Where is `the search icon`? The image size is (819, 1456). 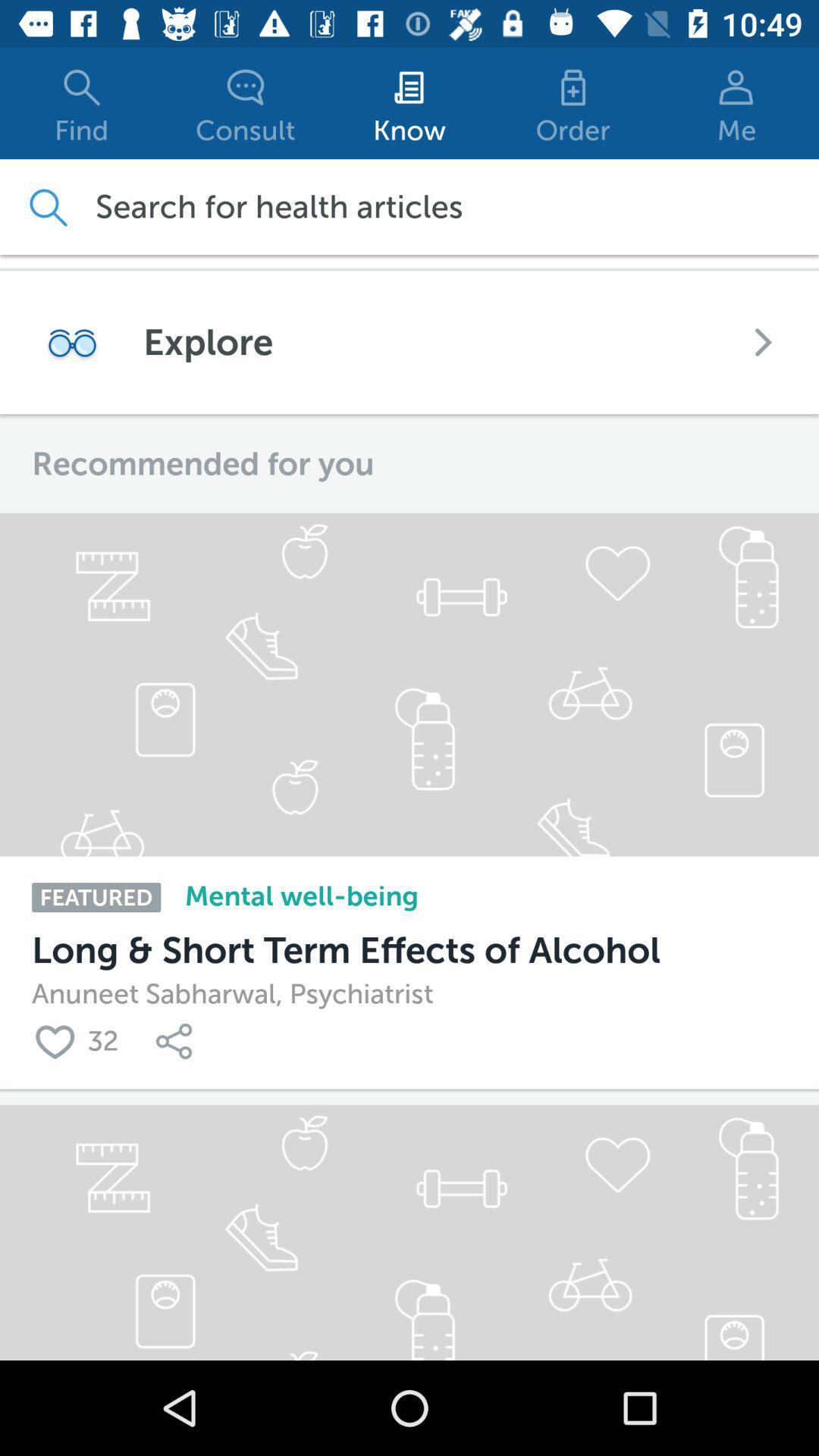
the search icon is located at coordinates (46, 206).